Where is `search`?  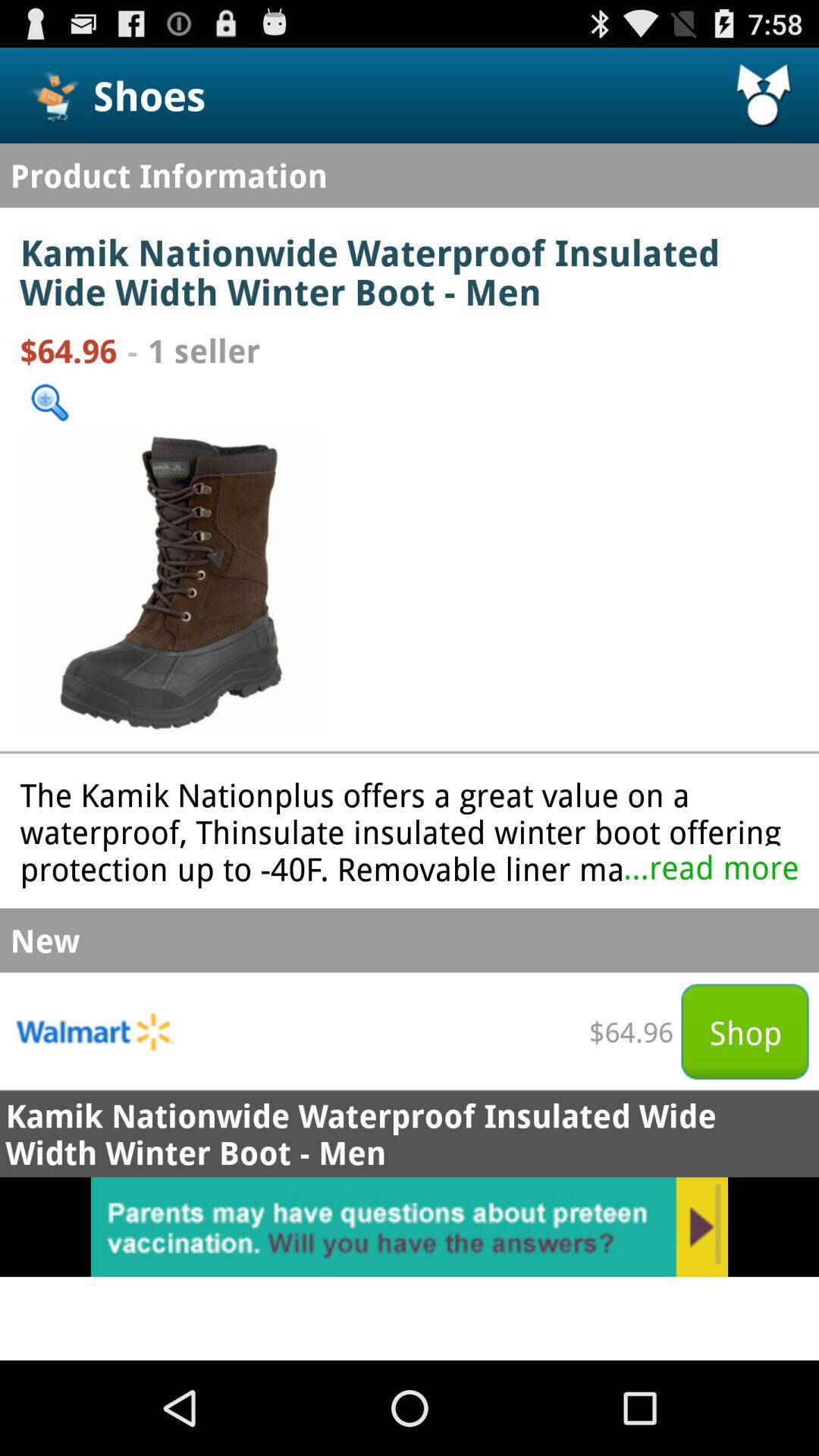
search is located at coordinates (49, 403).